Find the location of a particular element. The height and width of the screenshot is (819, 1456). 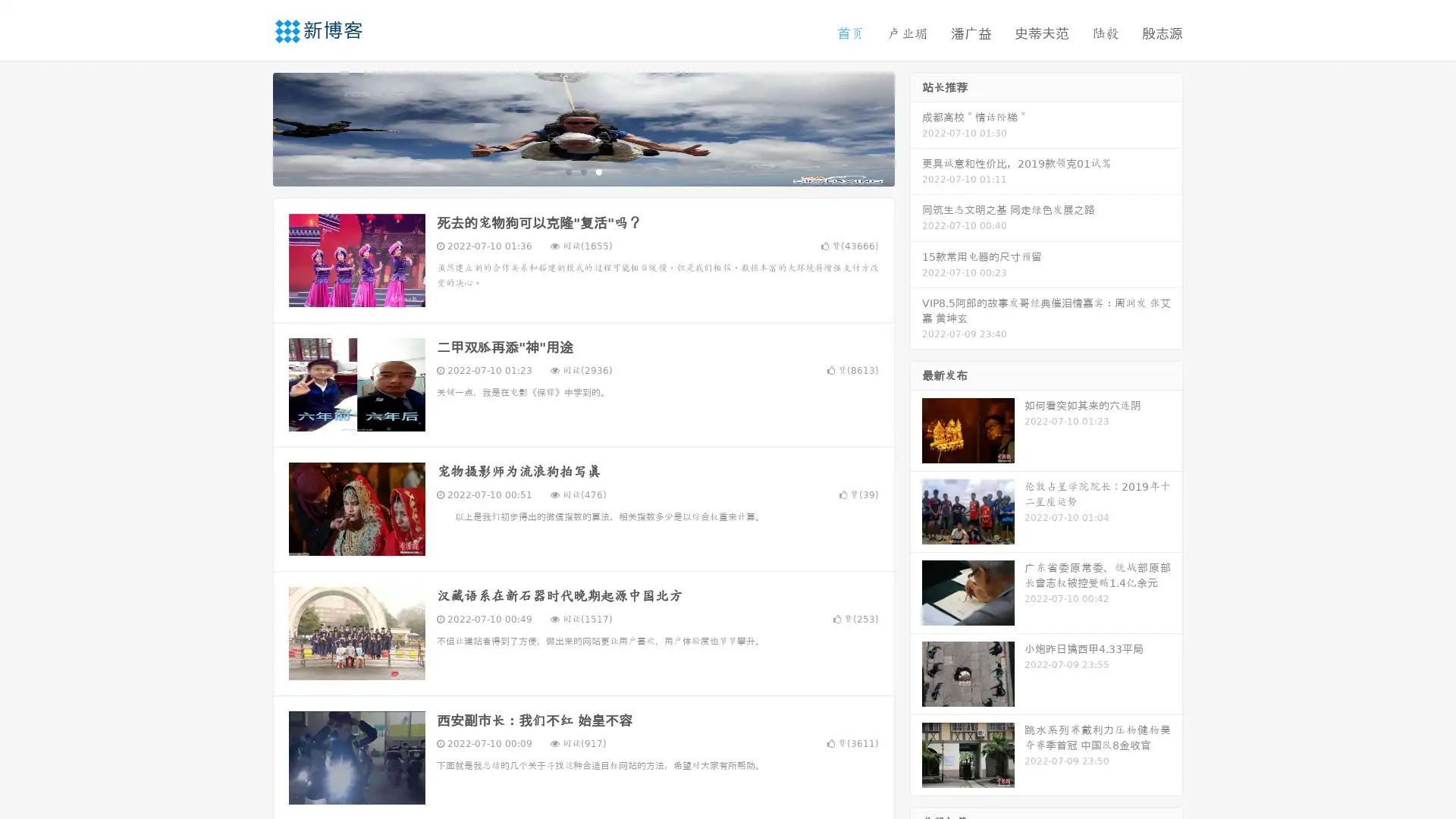

Next slide is located at coordinates (916, 127).